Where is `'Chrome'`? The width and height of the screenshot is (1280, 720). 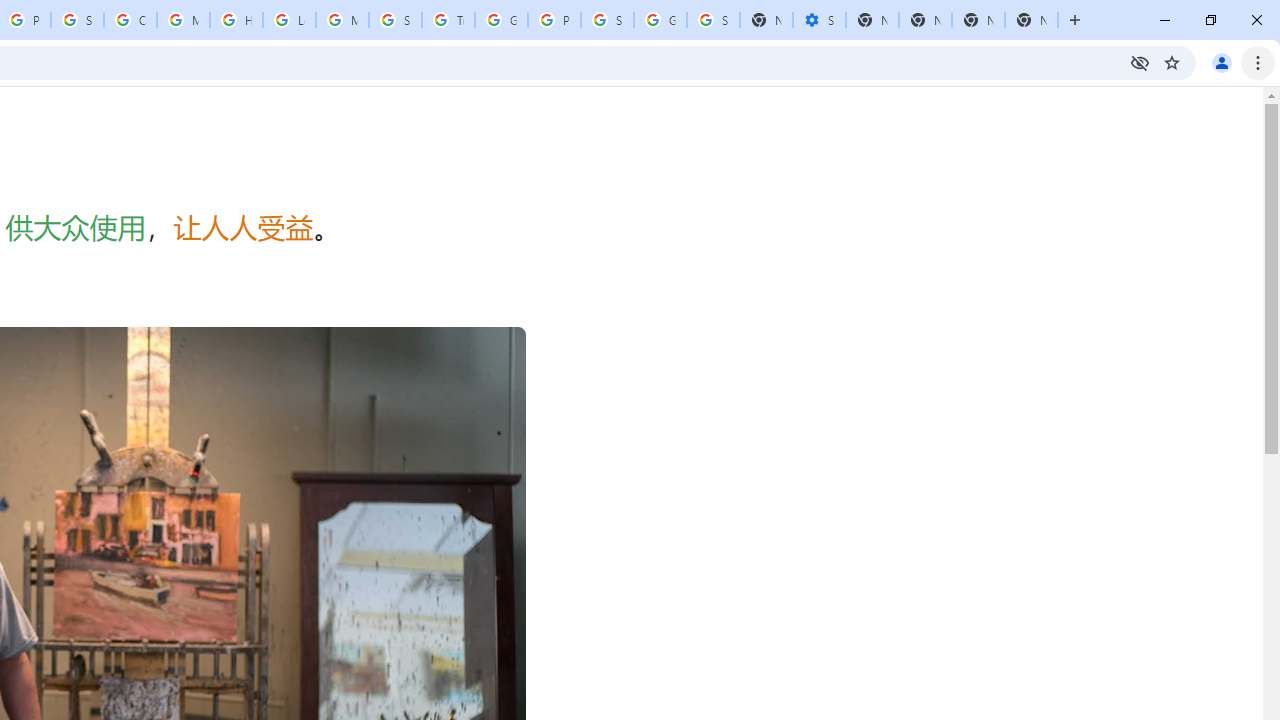
'Chrome' is located at coordinates (1259, 61).